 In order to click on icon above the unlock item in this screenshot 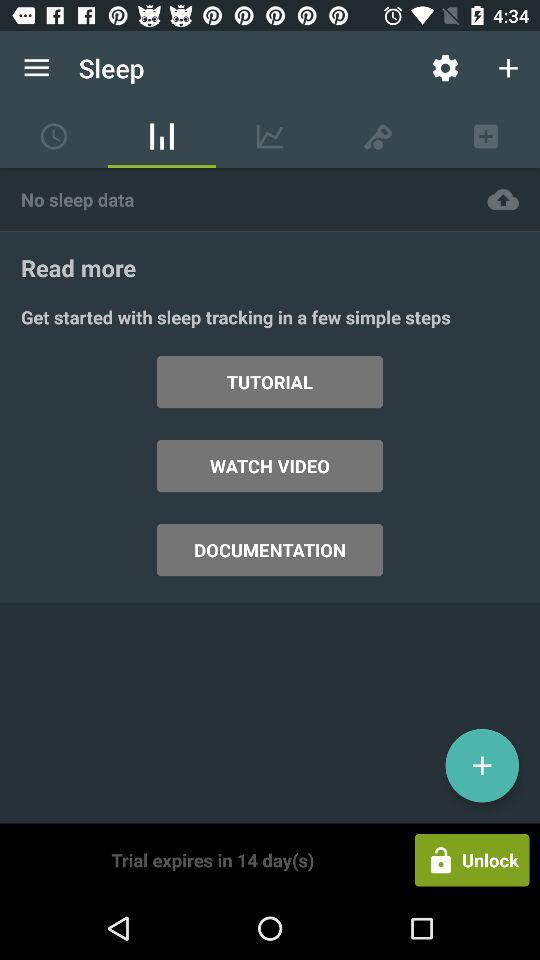, I will do `click(481, 764)`.